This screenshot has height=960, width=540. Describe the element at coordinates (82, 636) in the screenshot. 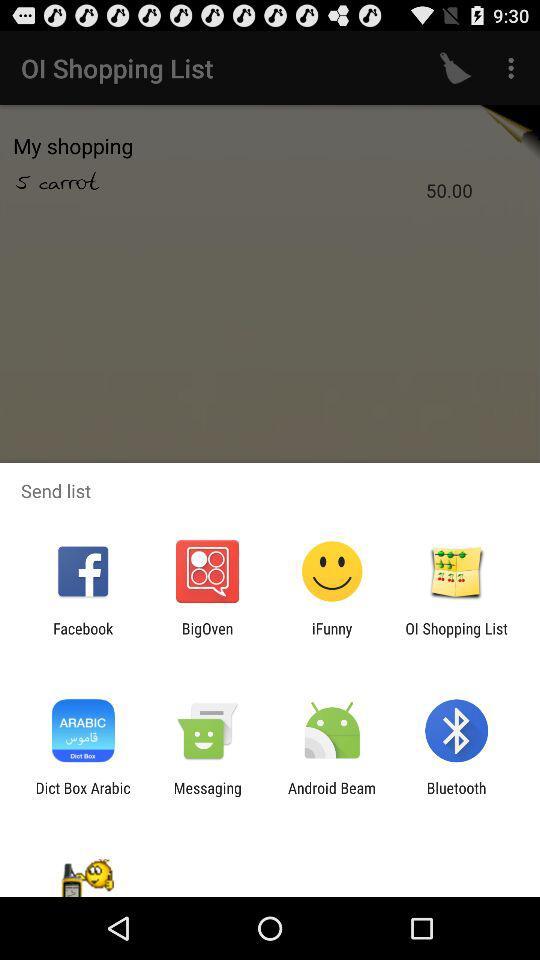

I see `app to the left of bigoven item` at that location.